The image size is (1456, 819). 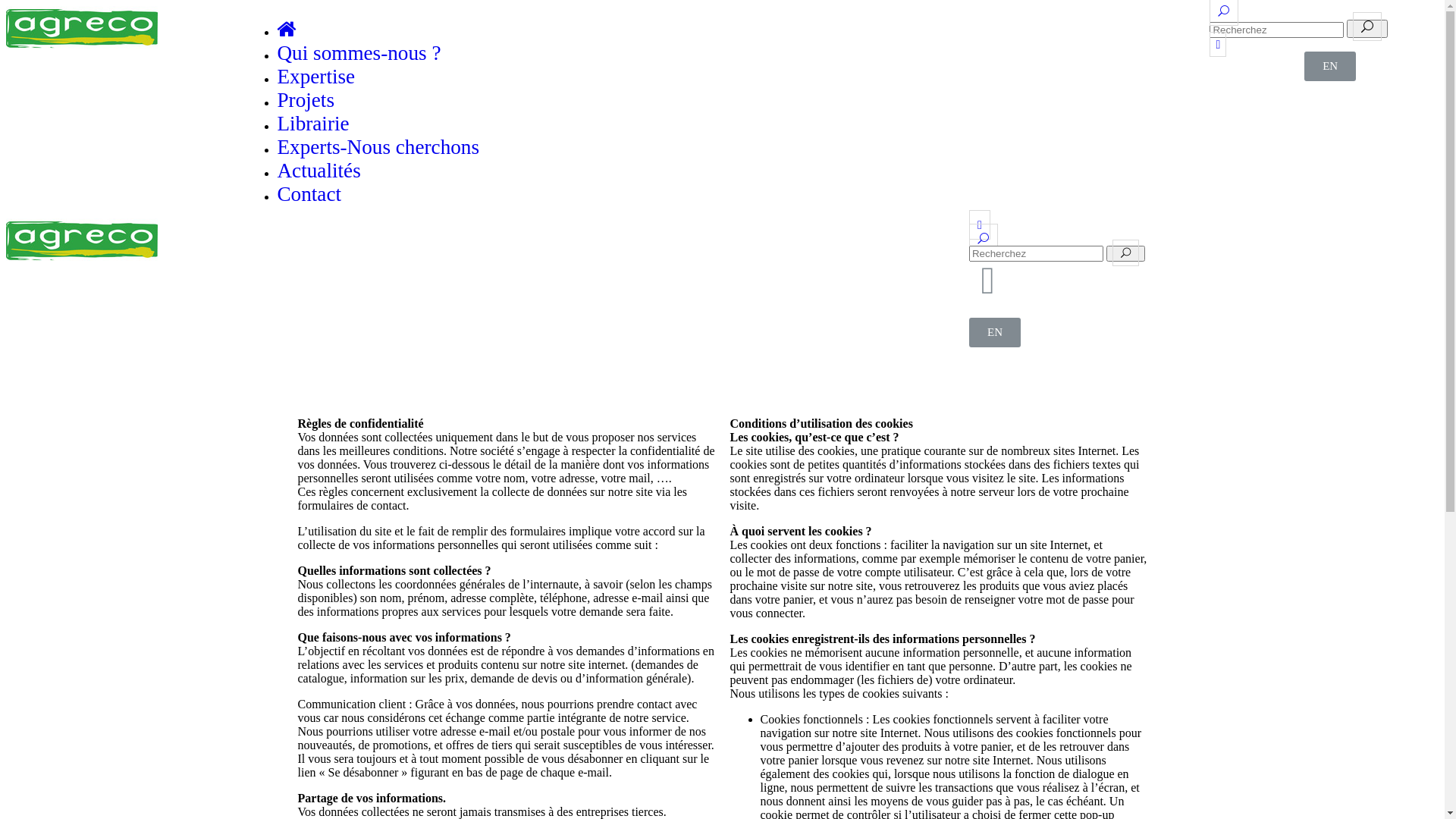 I want to click on 'Librairie', so click(x=312, y=122).